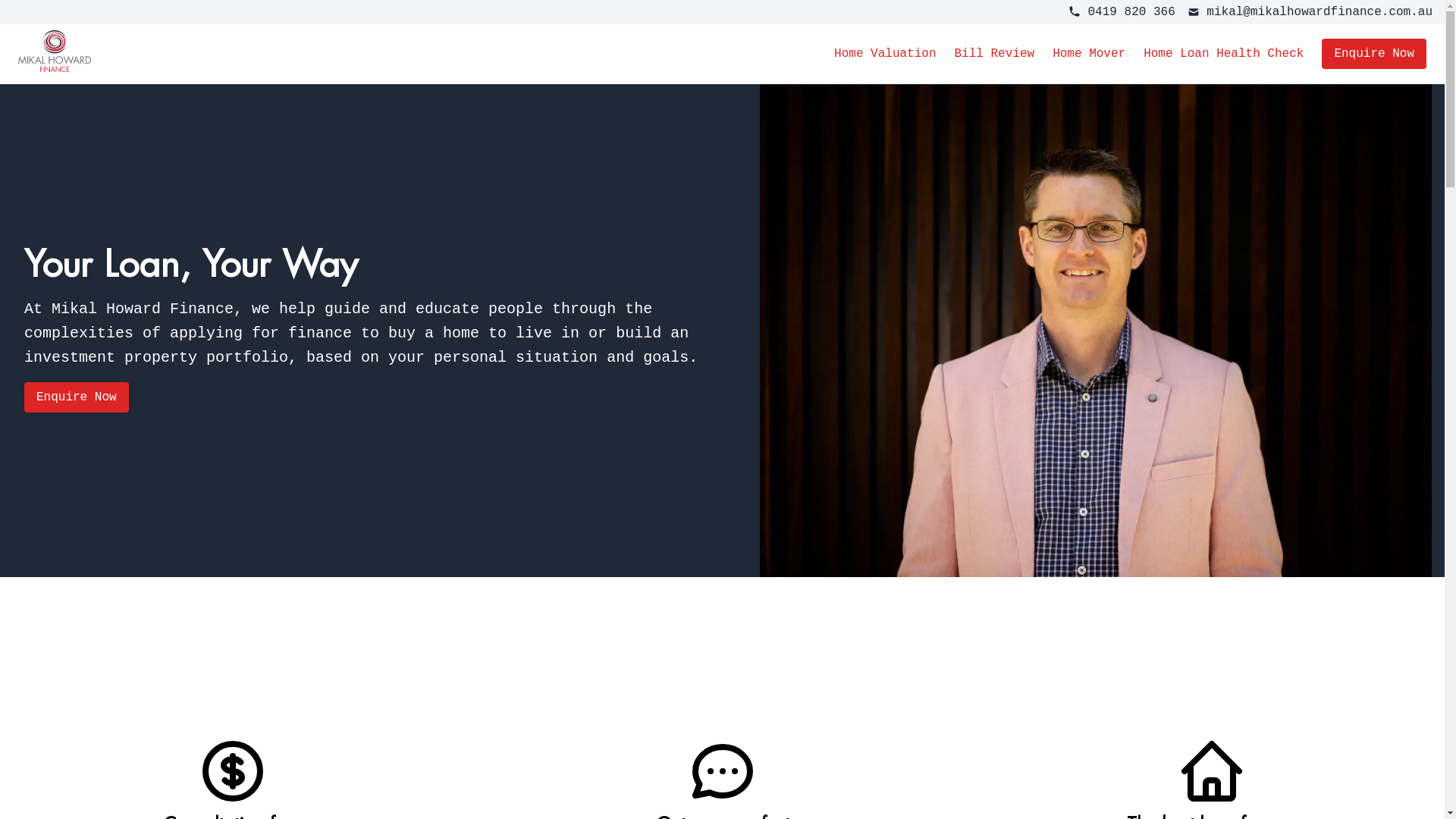 The width and height of the screenshot is (1456, 819). Describe the element at coordinates (1087, 52) in the screenshot. I see `'Home Mover'` at that location.